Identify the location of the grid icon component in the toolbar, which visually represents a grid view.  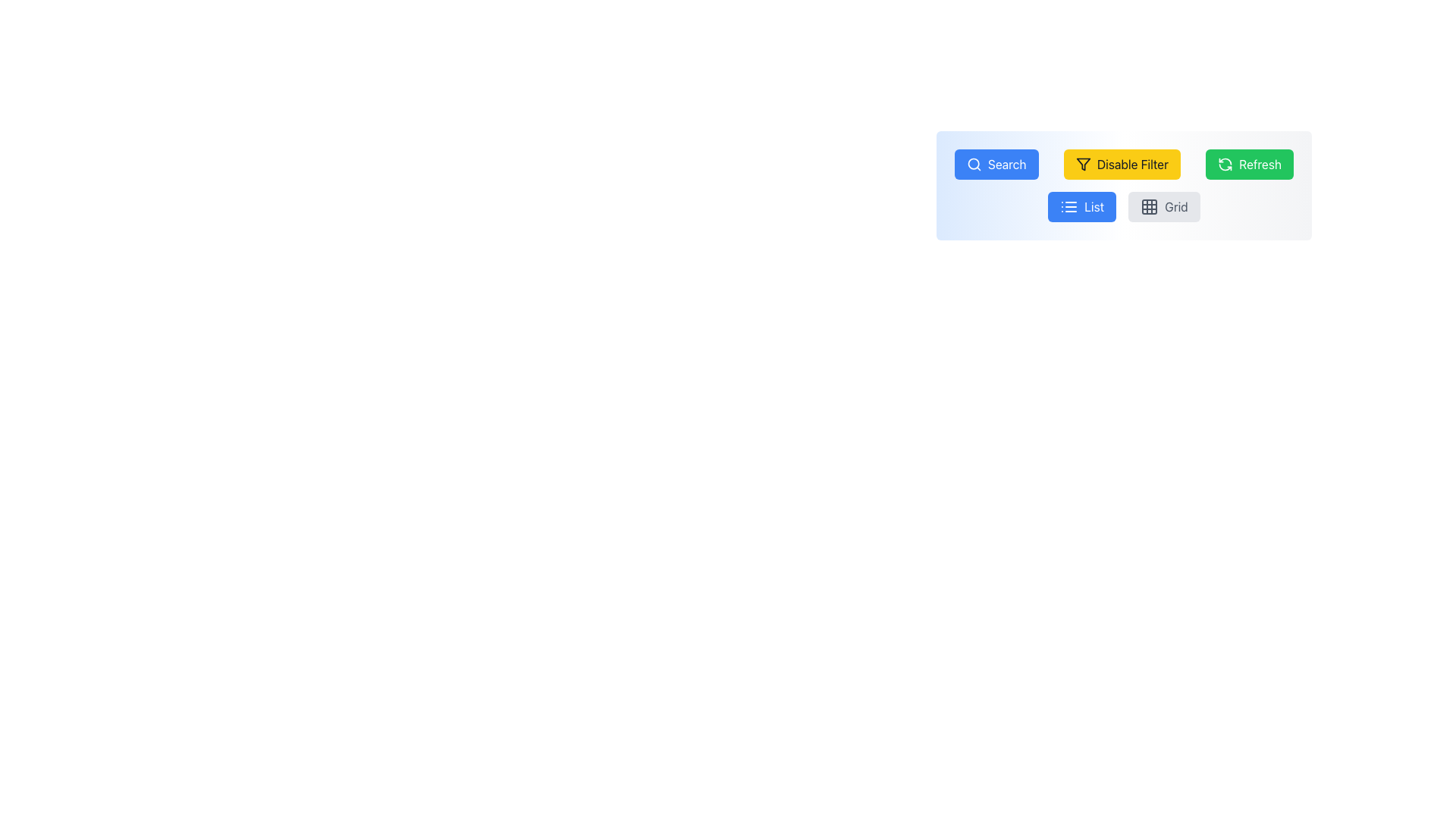
(1150, 207).